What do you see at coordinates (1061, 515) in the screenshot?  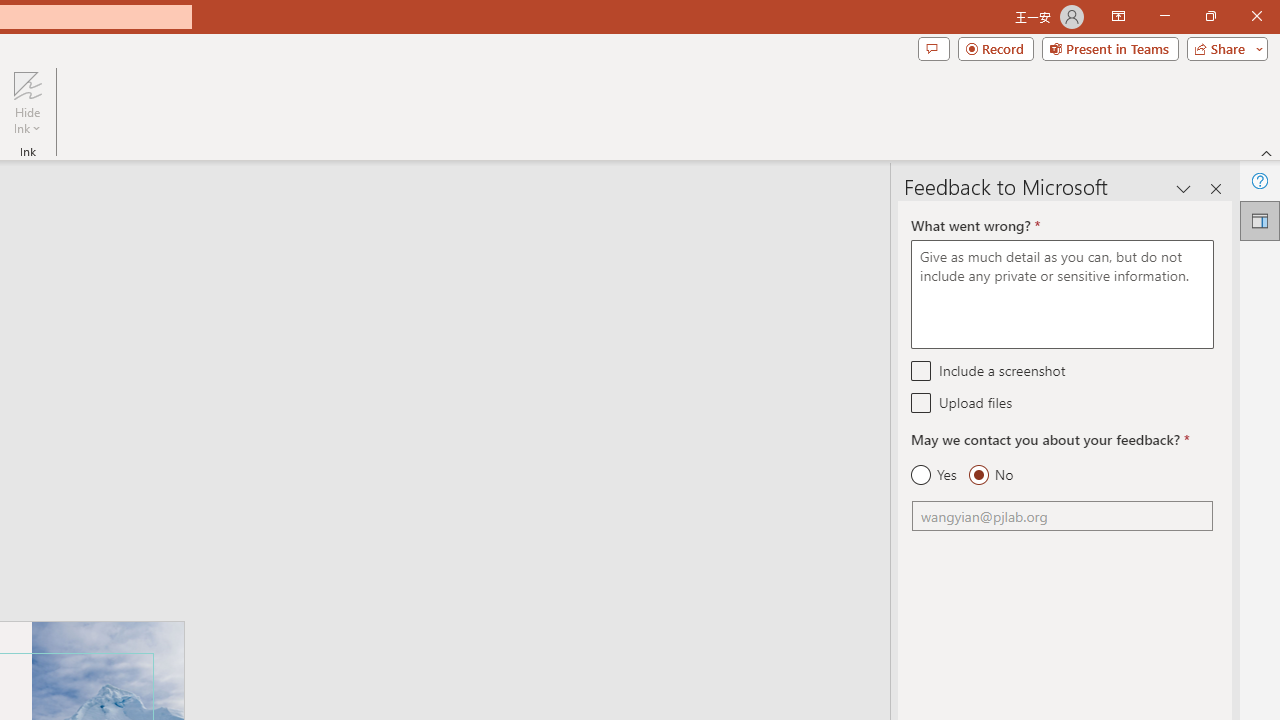 I see `'Email'` at bounding box center [1061, 515].